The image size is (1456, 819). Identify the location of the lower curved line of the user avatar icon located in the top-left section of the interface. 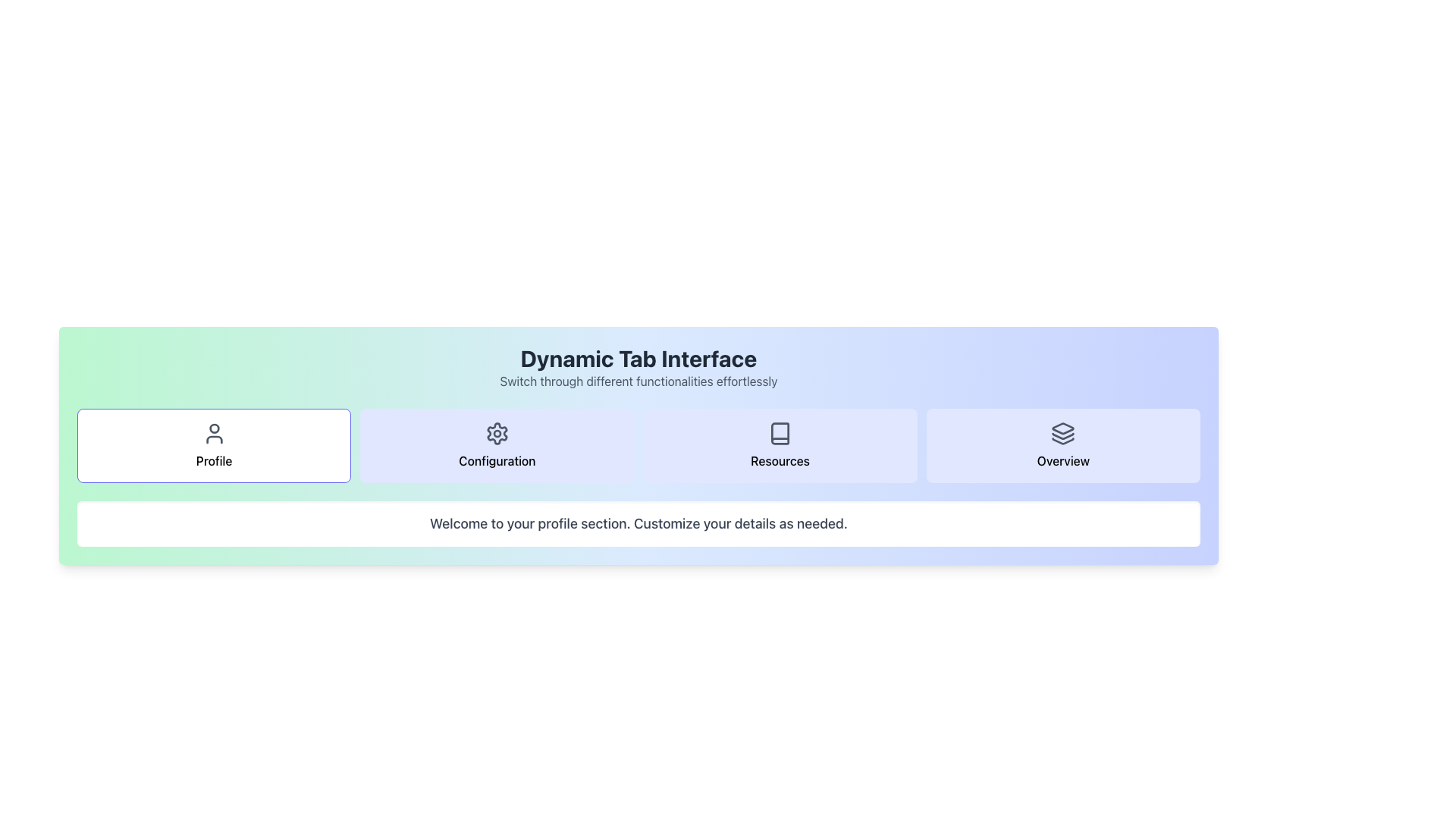
(213, 439).